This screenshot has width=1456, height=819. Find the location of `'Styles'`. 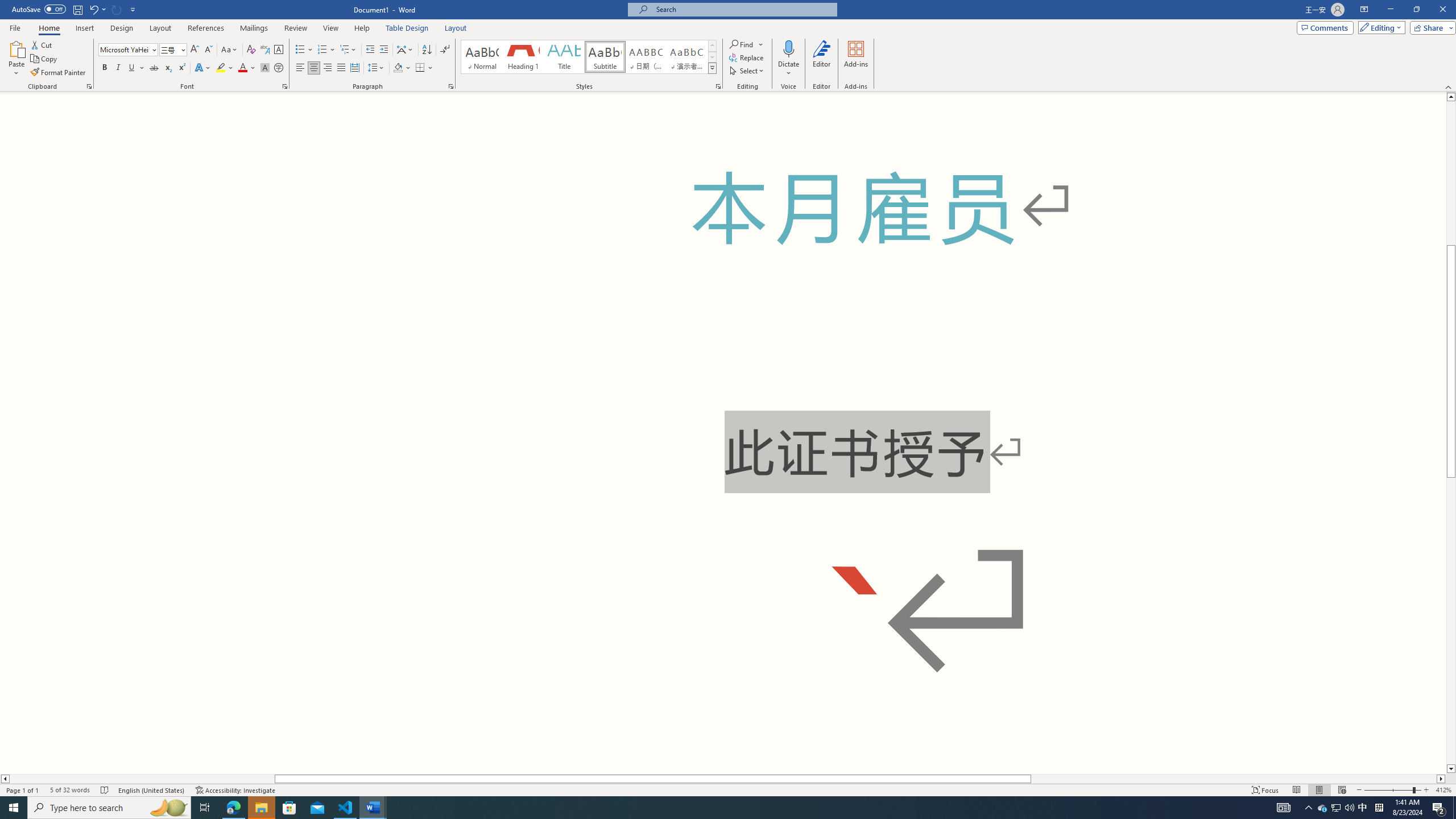

'Styles' is located at coordinates (712, 67).